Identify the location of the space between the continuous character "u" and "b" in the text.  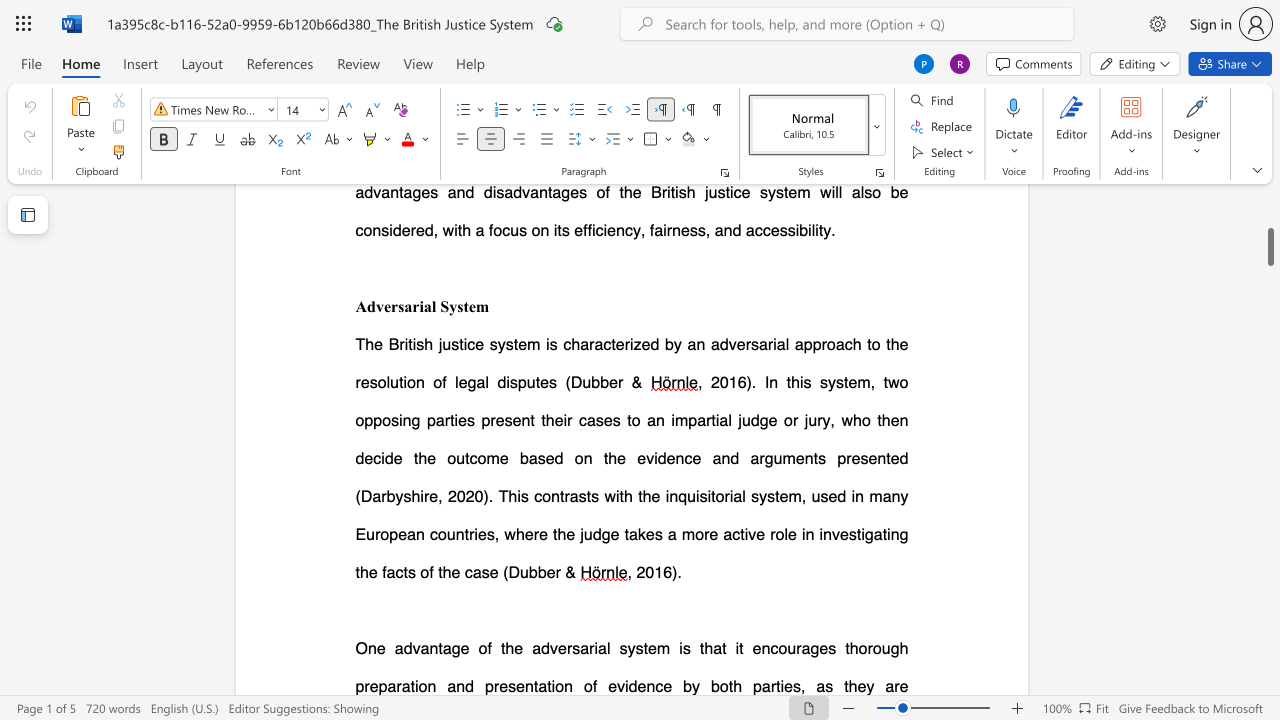
(528, 572).